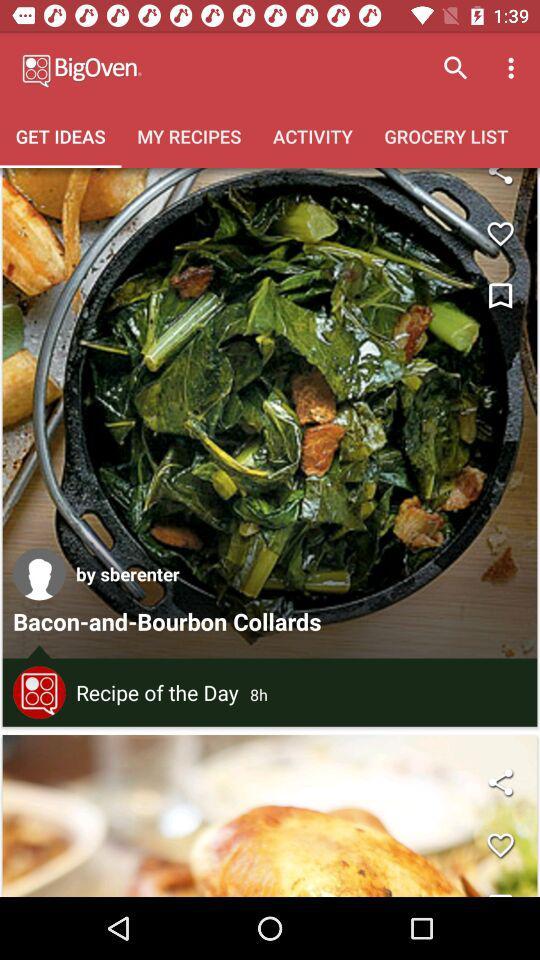 This screenshot has height=960, width=540. I want to click on love reaction, so click(499, 234).